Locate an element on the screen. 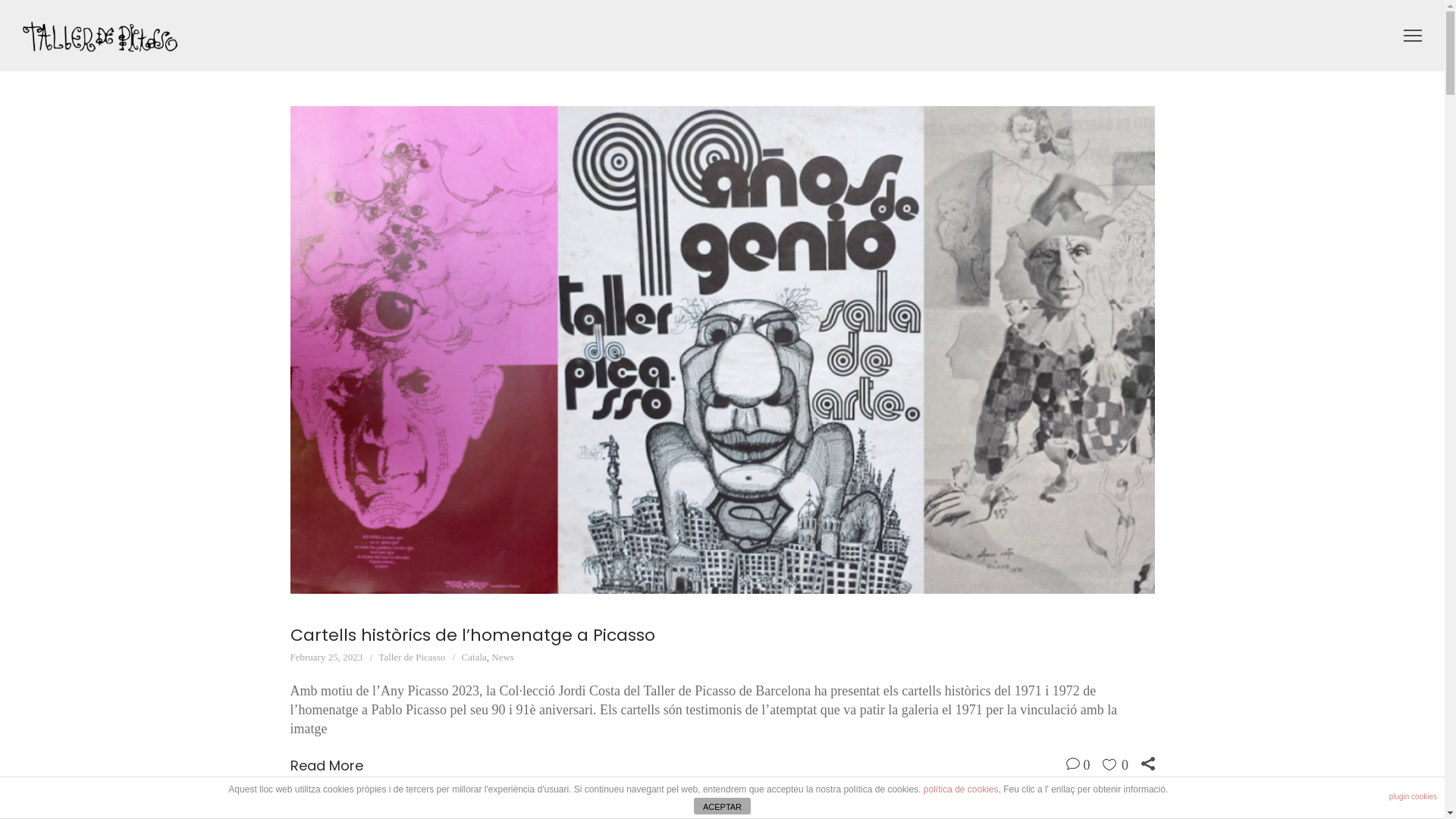  'Catala' is located at coordinates (473, 656).